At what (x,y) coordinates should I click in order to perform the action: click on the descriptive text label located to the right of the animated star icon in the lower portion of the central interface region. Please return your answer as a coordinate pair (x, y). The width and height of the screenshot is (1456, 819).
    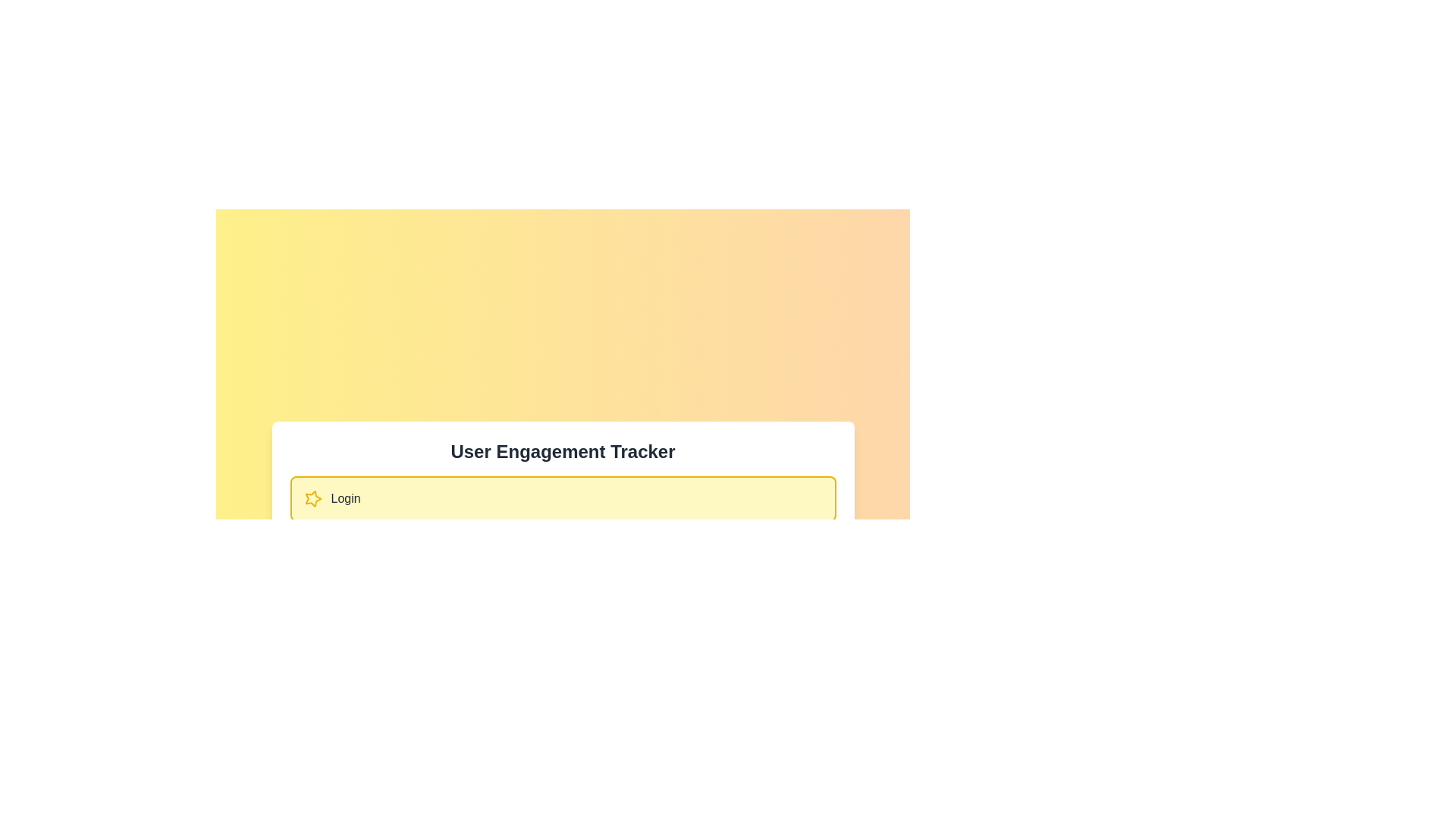
    Looking at the image, I should click on (345, 499).